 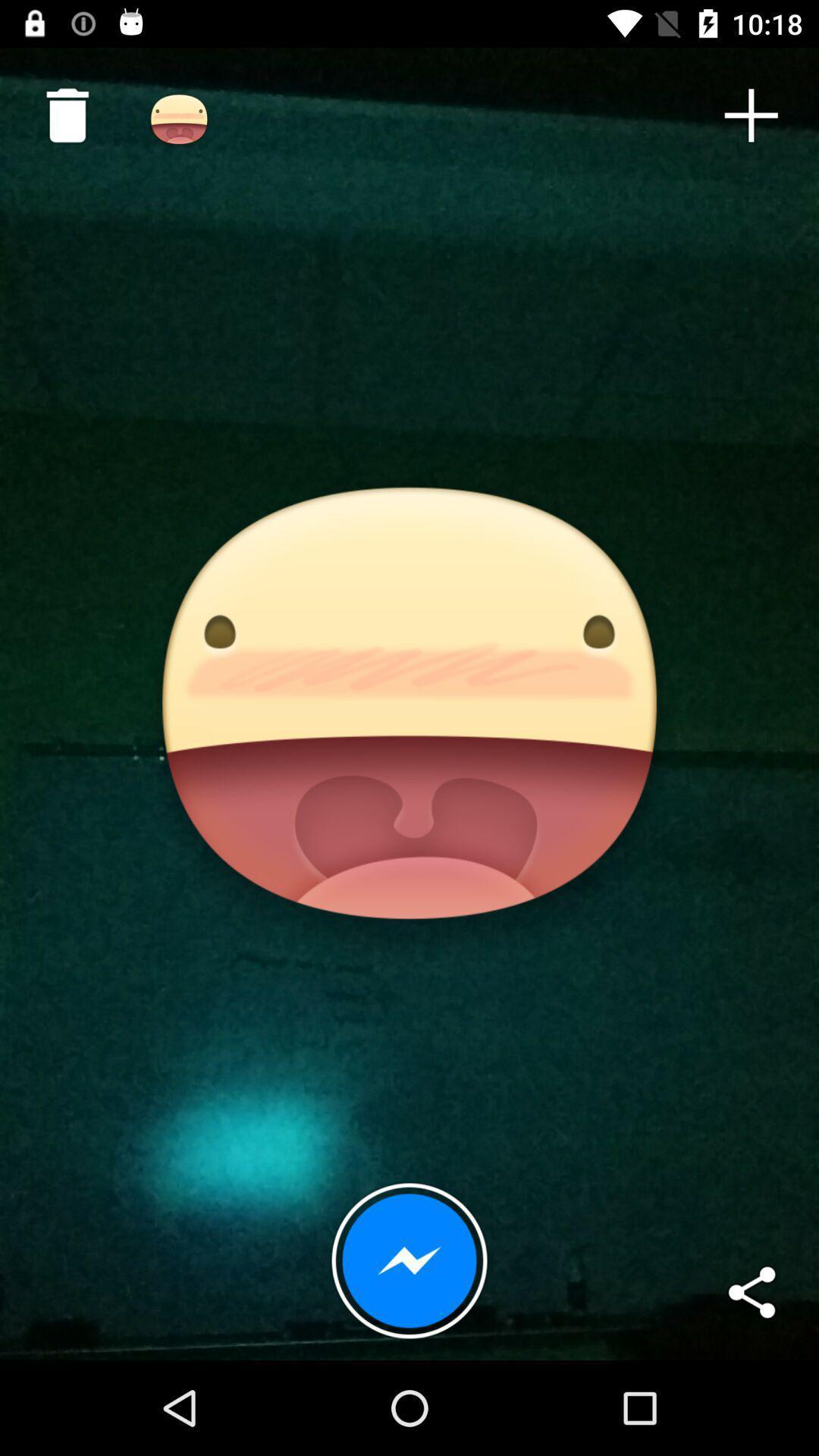 What do you see at coordinates (751, 1291) in the screenshot?
I see `the item at the bottom right corner` at bounding box center [751, 1291].